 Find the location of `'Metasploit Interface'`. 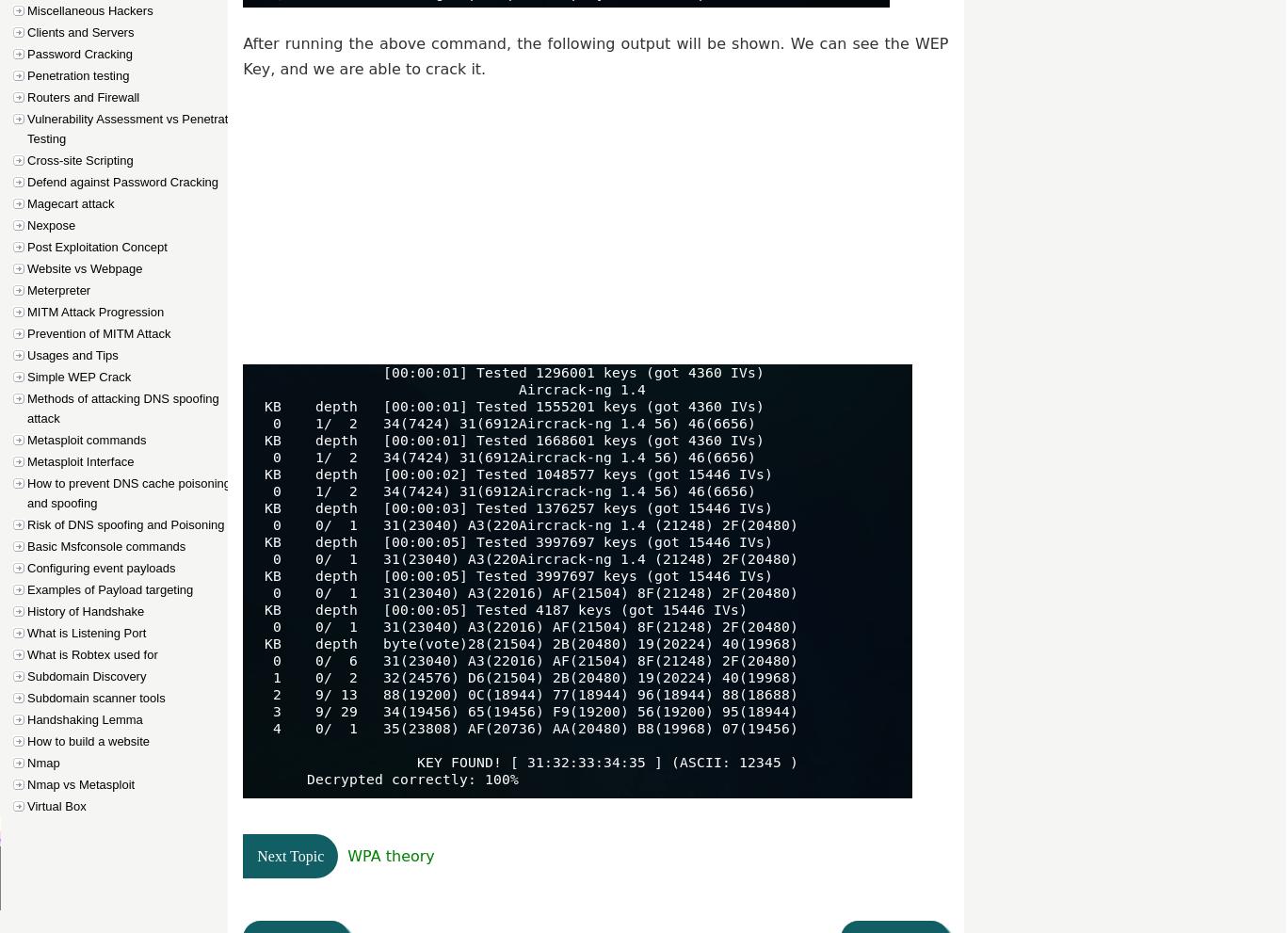

'Metasploit Interface' is located at coordinates (80, 460).